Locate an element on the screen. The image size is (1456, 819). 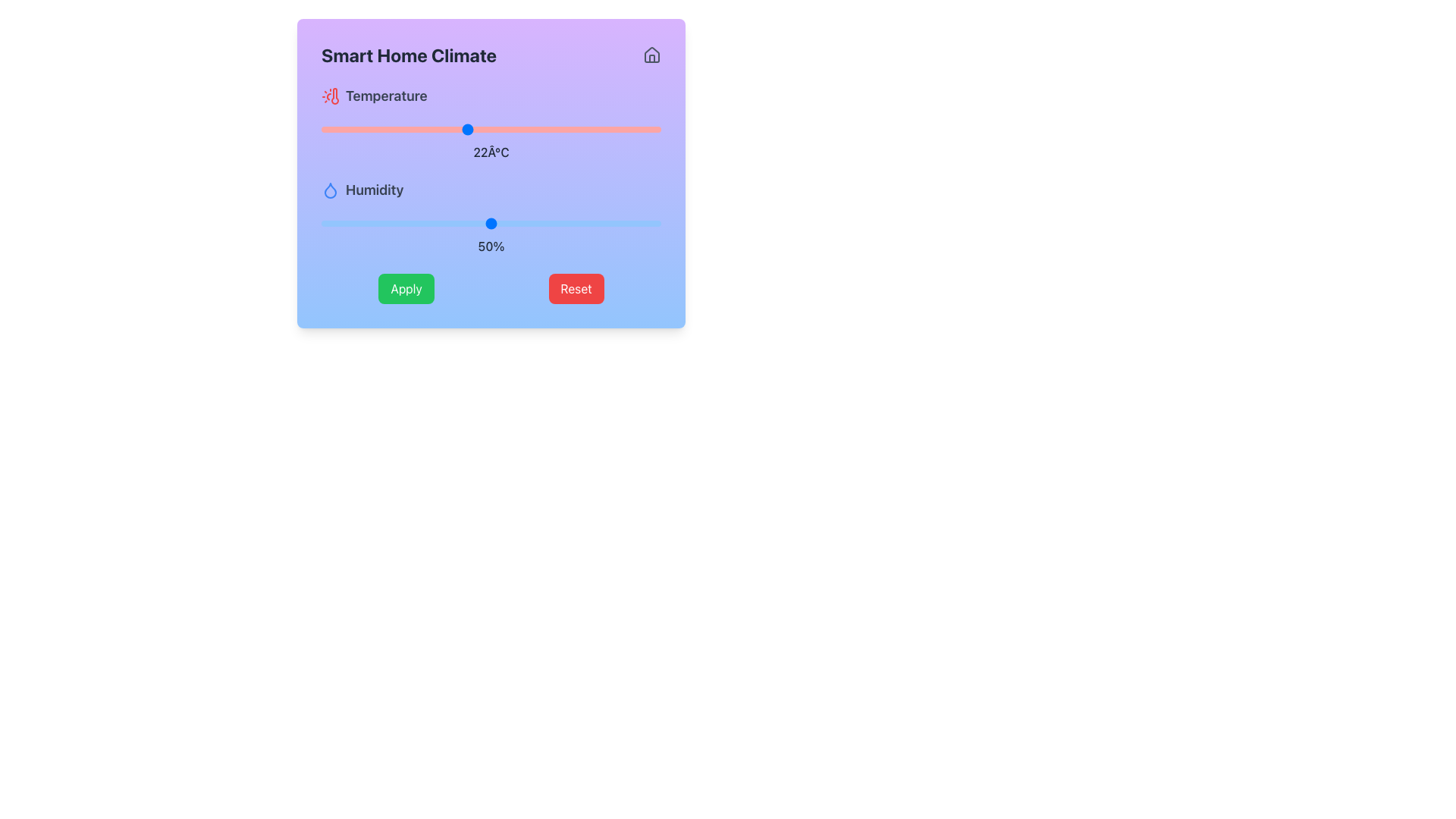
temperature is located at coordinates (419, 128).